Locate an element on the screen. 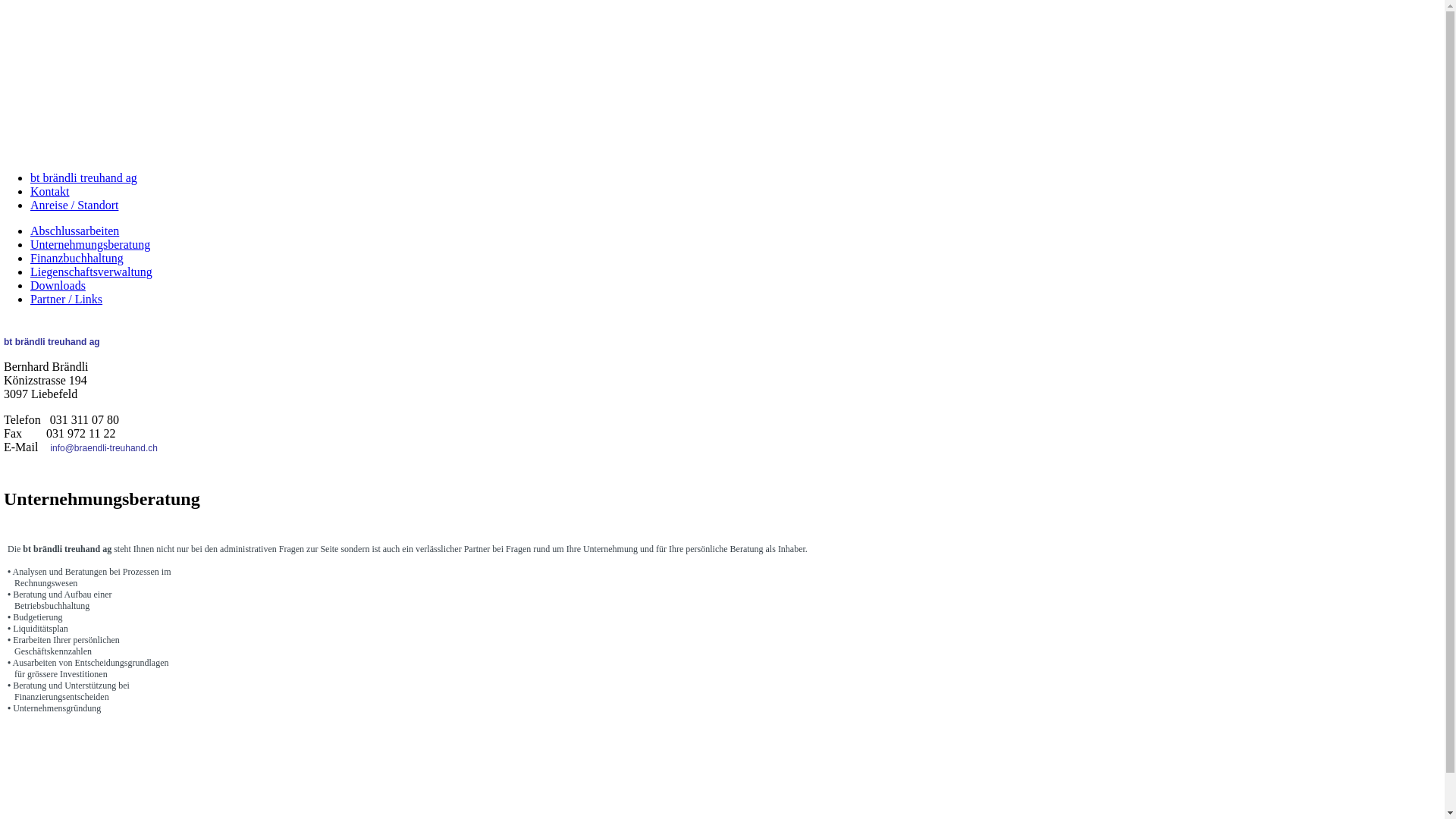 The image size is (1456, 819). 'Liegenschaftsverwaltung' is located at coordinates (90, 271).